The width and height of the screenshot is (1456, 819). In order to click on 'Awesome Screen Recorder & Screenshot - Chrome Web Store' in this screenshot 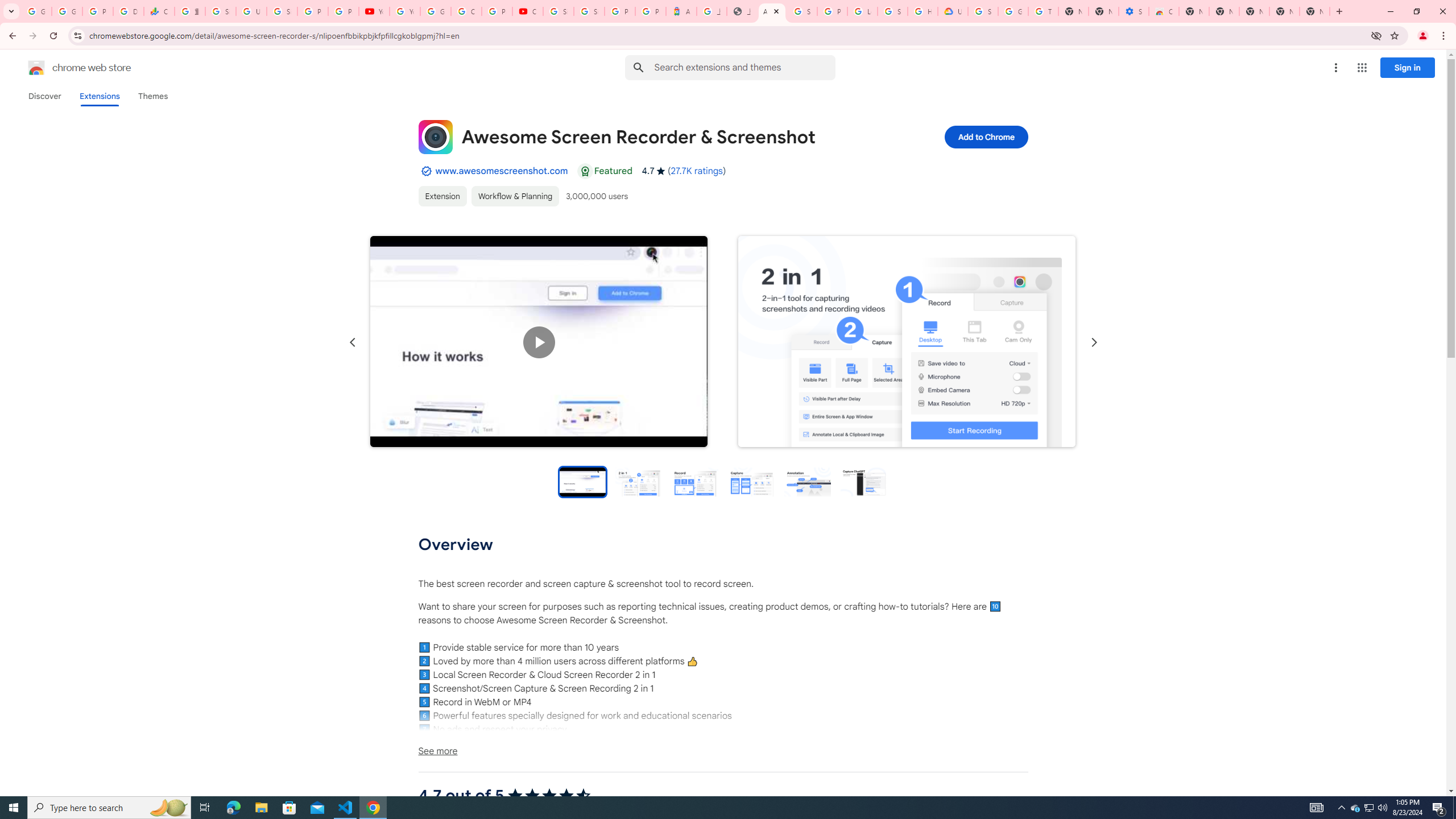, I will do `click(771, 11)`.